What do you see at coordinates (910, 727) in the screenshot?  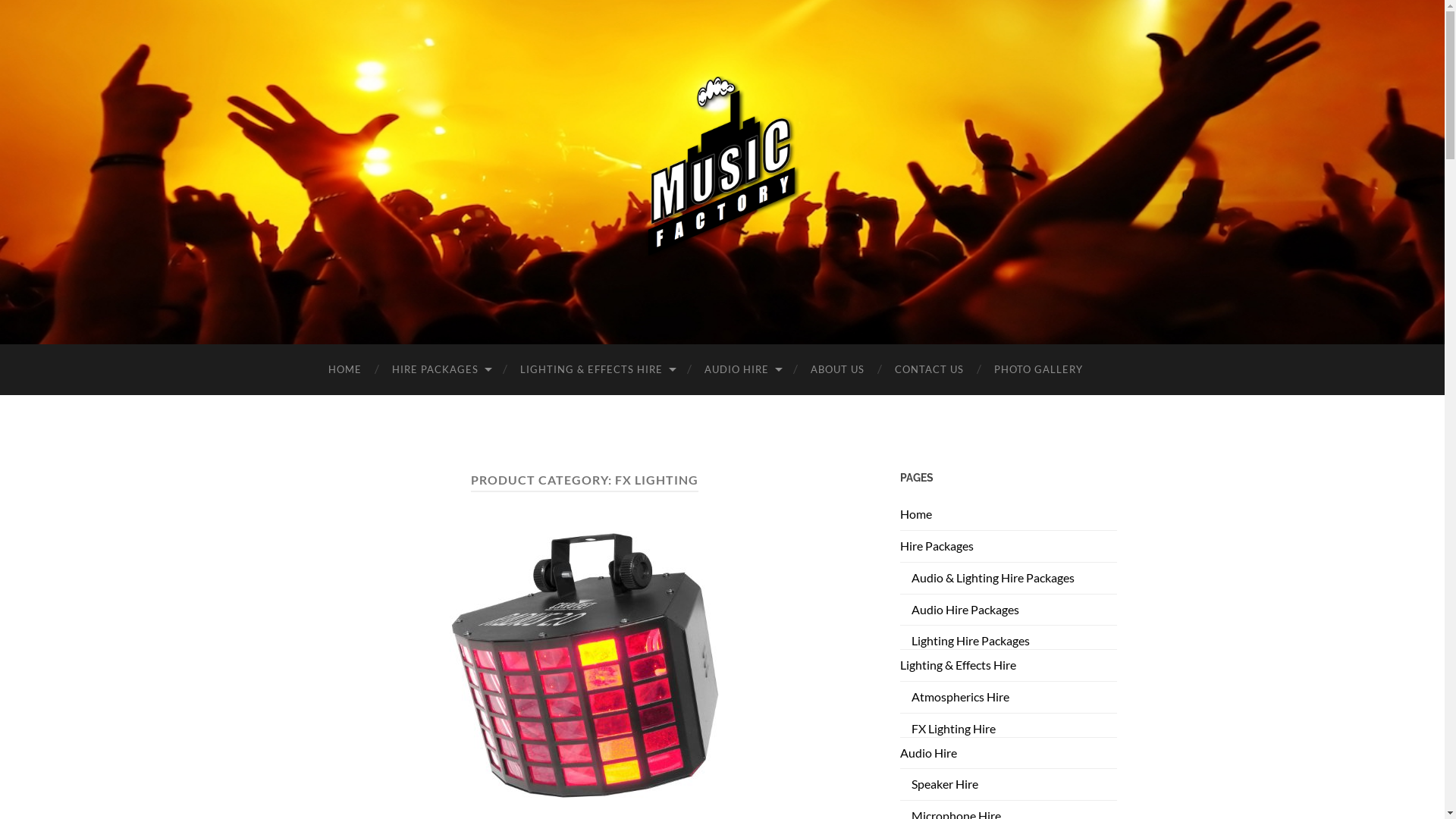 I see `'FX Lighting Hire'` at bounding box center [910, 727].